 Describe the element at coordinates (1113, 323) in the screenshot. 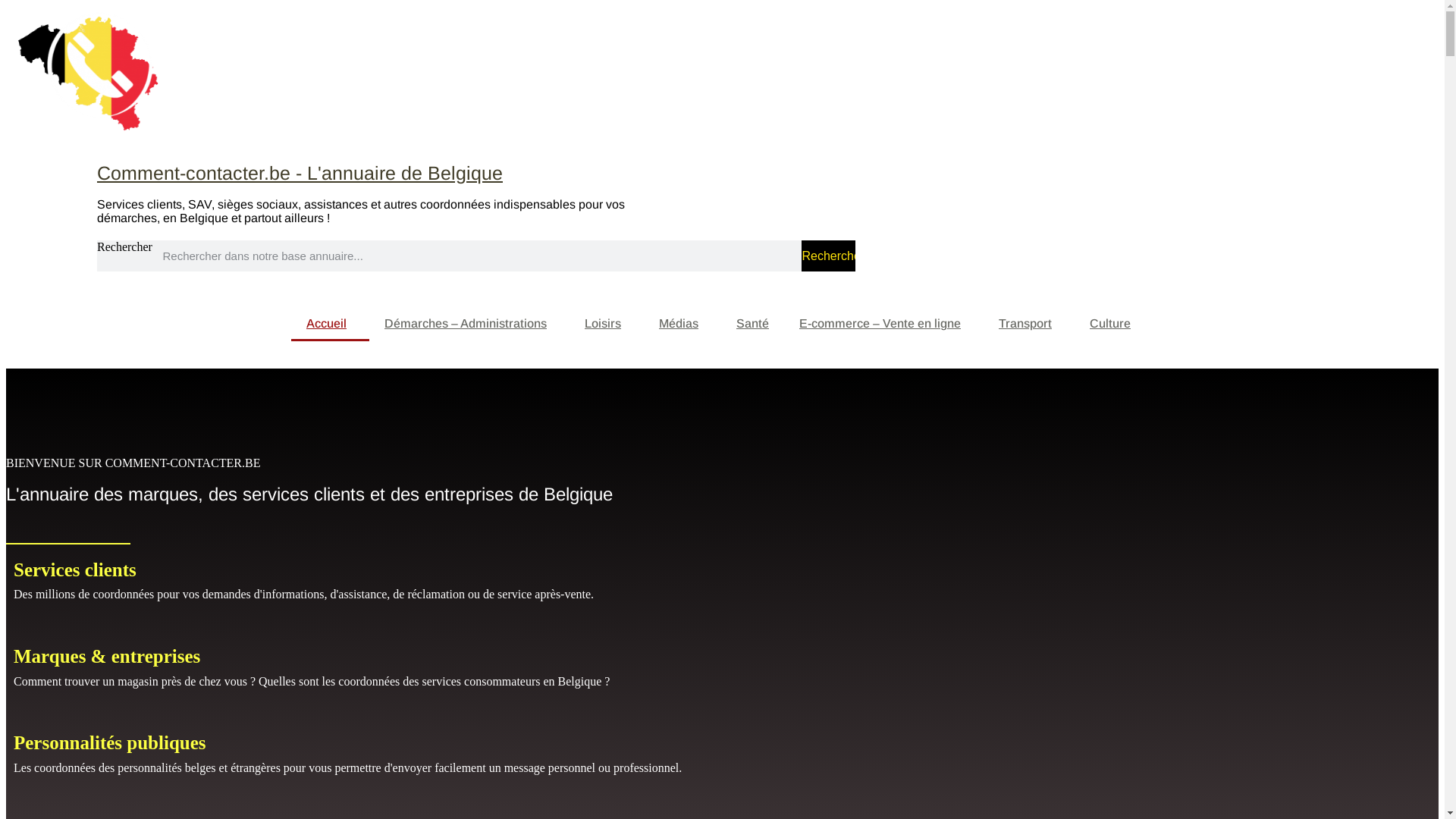

I see `'Culture'` at that location.